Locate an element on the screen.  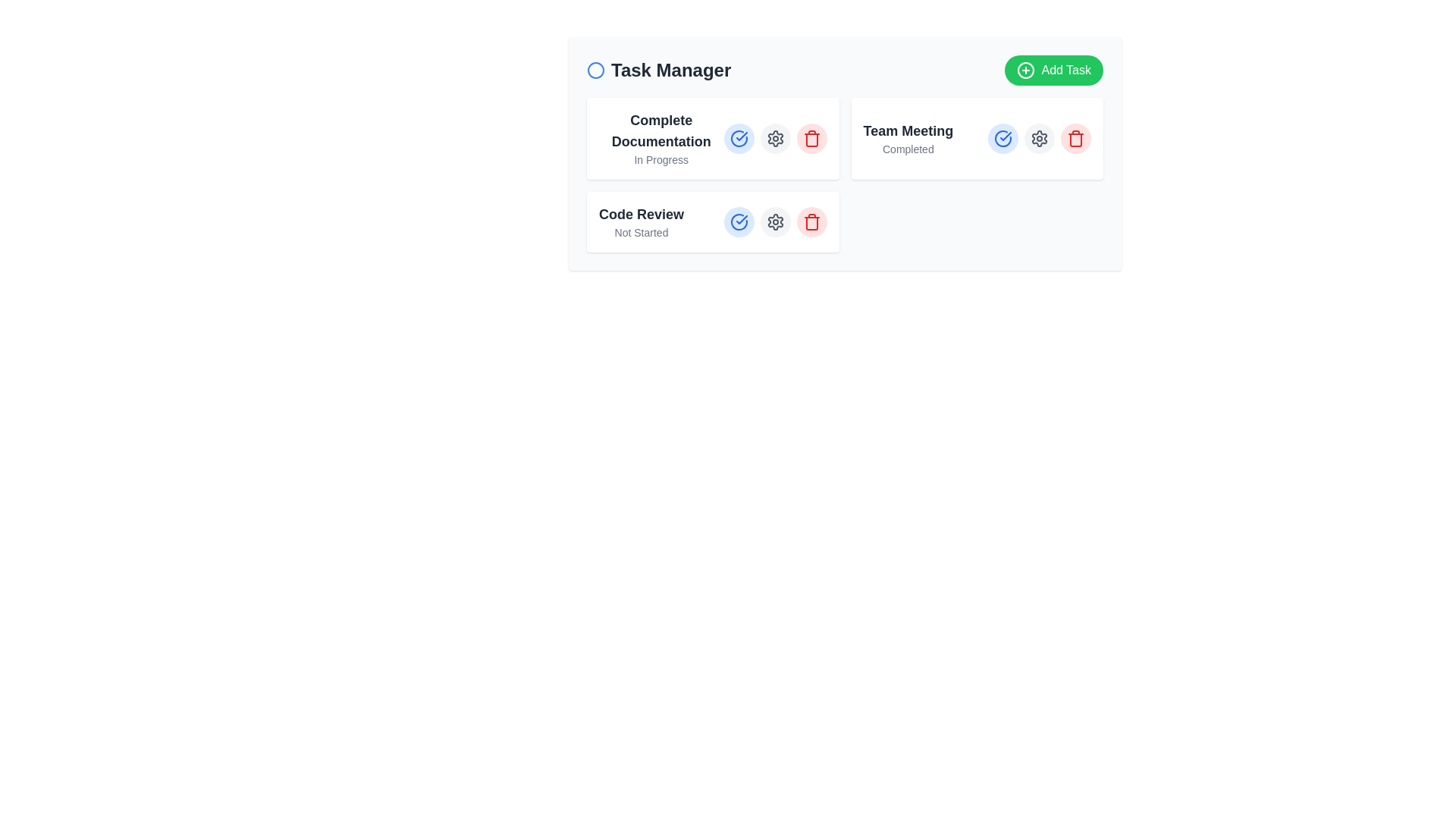
the small gray text label displaying 'Completed' that is positioned under the 'Team Meeting' title is located at coordinates (908, 149).